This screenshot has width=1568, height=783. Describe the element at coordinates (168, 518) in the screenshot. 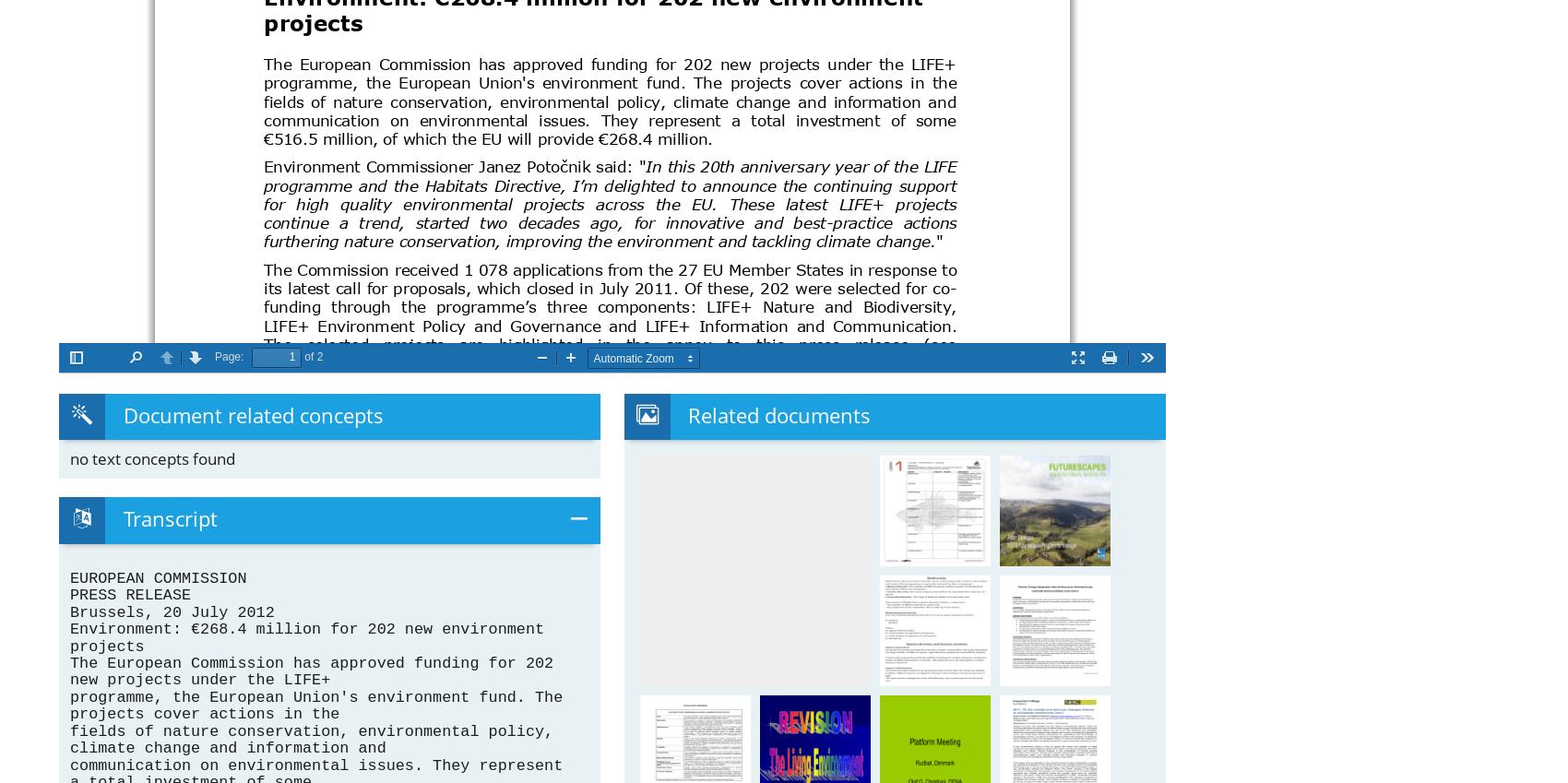

I see `'Transcript'` at that location.